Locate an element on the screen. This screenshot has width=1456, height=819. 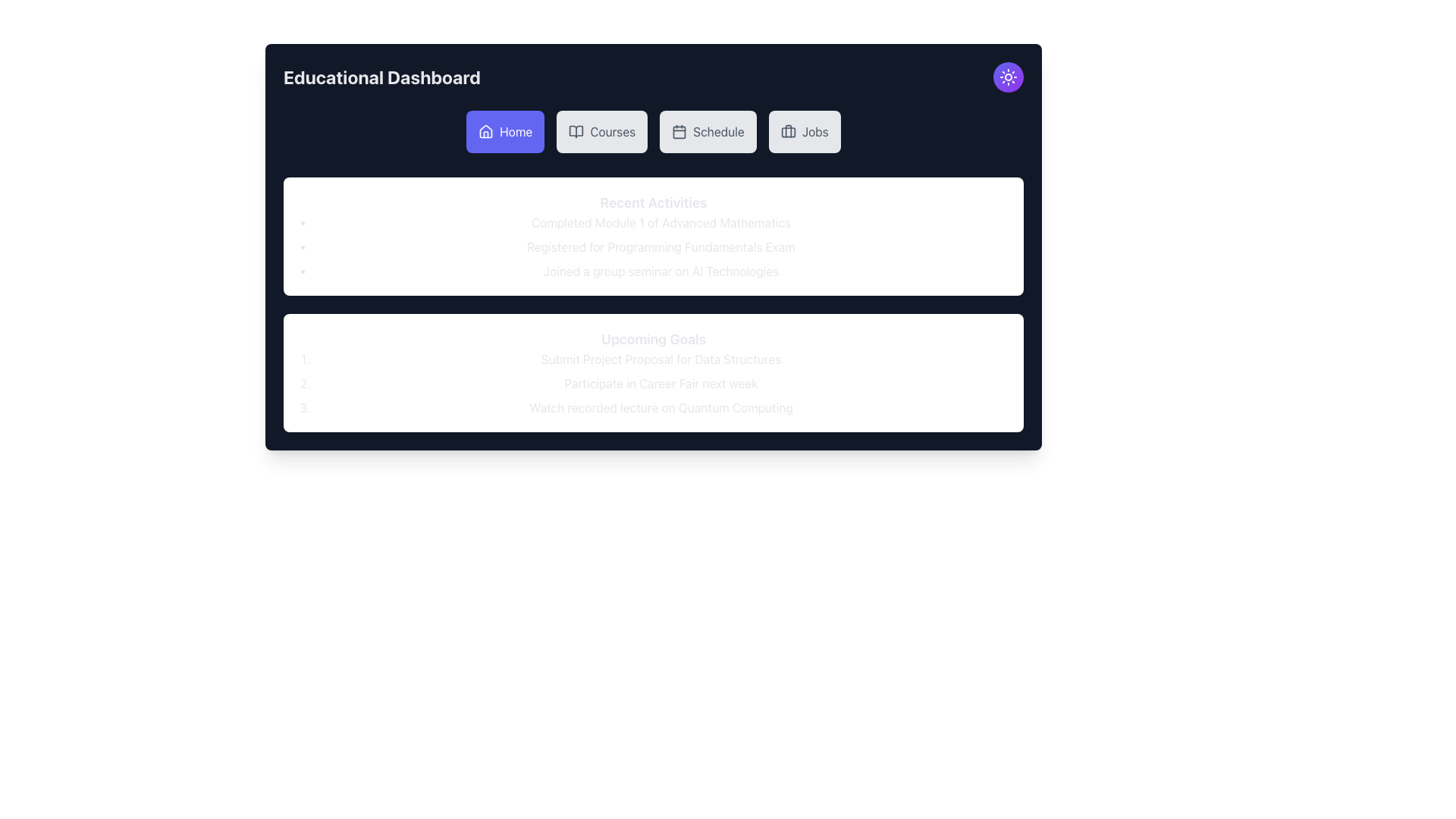
the house icon within the 'Home' button located in the navigation bar at the top of the interface is located at coordinates (486, 130).